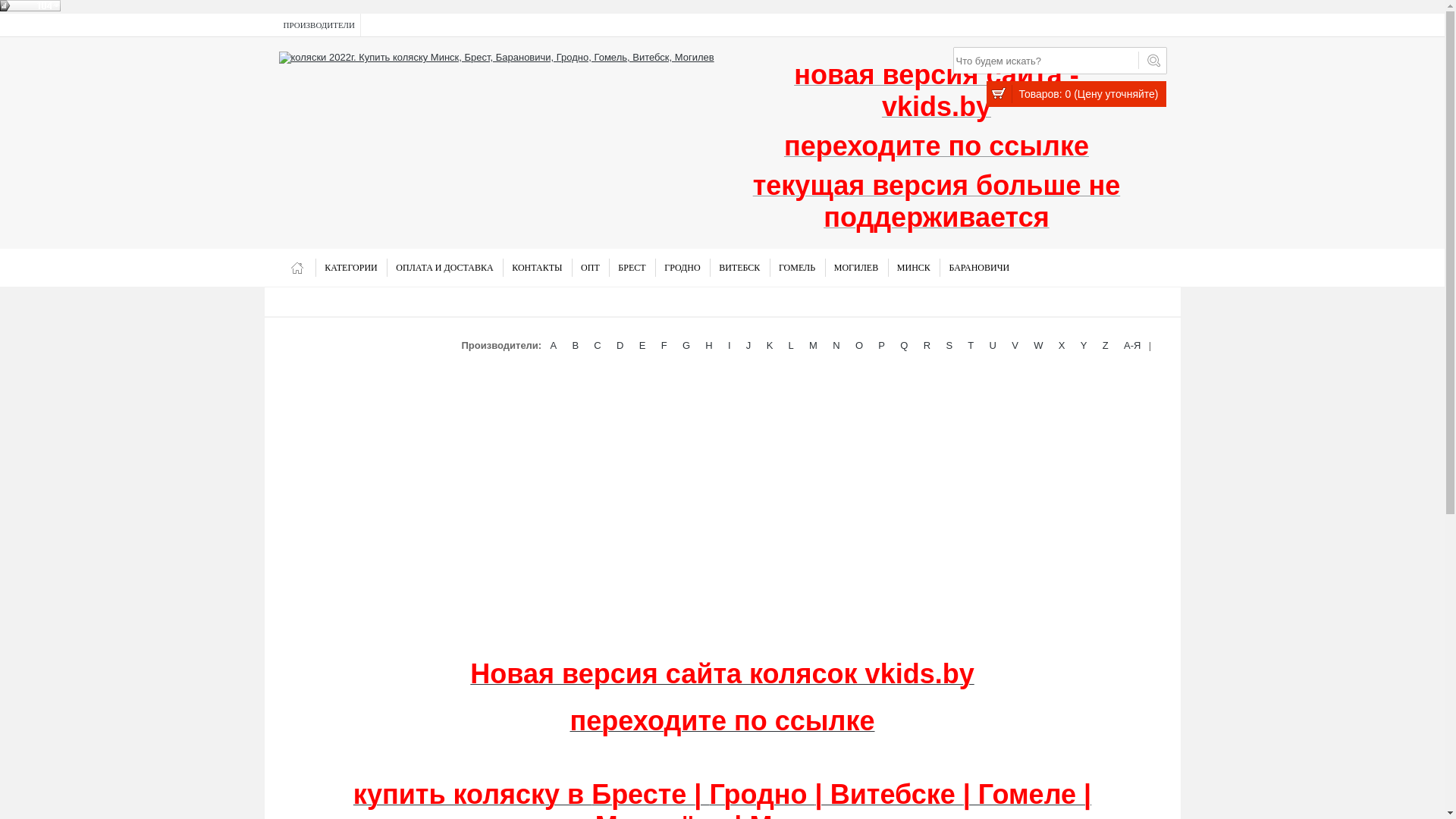 The image size is (1456, 819). Describe the element at coordinates (596, 345) in the screenshot. I see `'C'` at that location.